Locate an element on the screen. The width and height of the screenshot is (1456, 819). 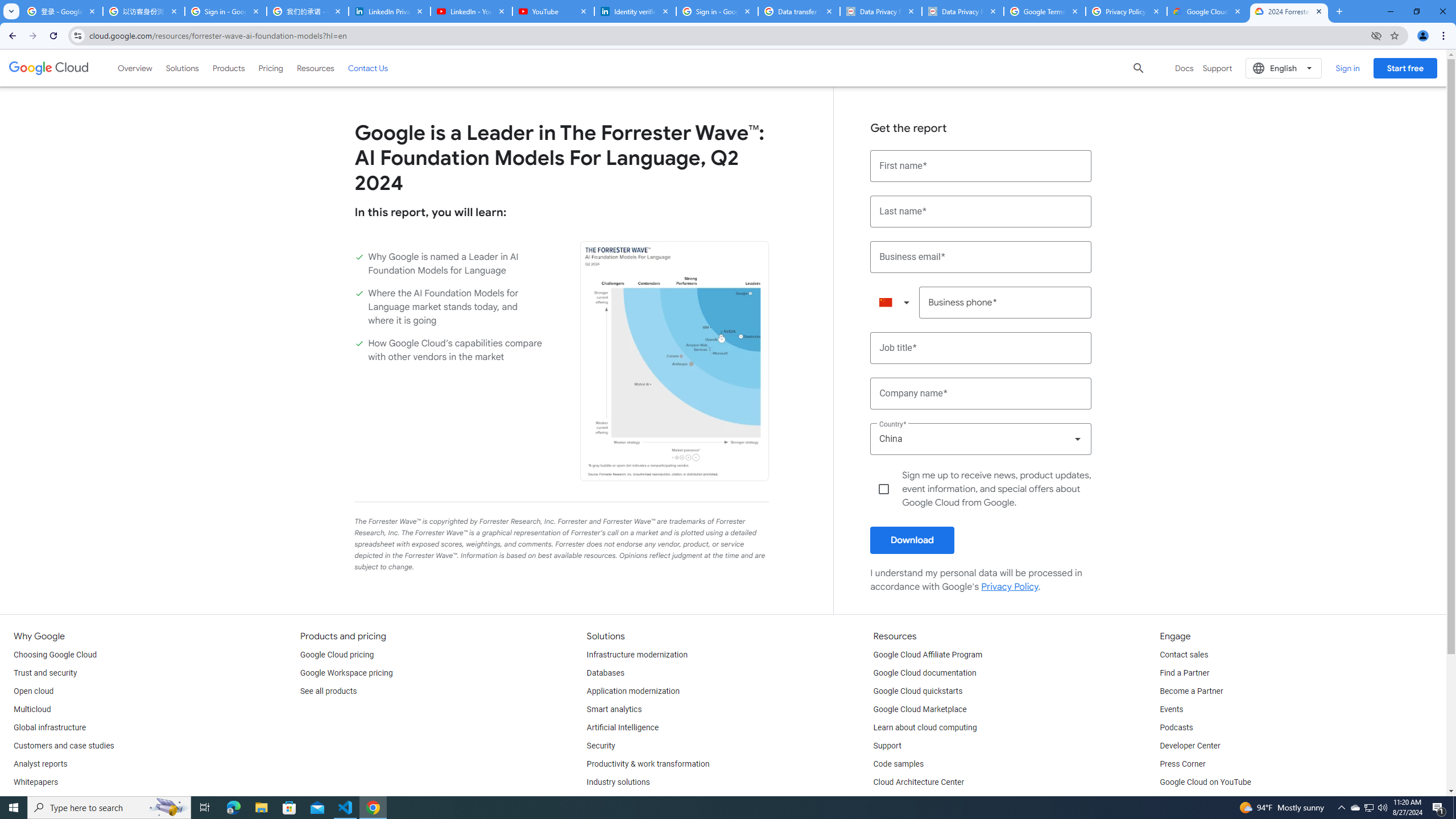
'Data Privacy Framework' is located at coordinates (962, 11).